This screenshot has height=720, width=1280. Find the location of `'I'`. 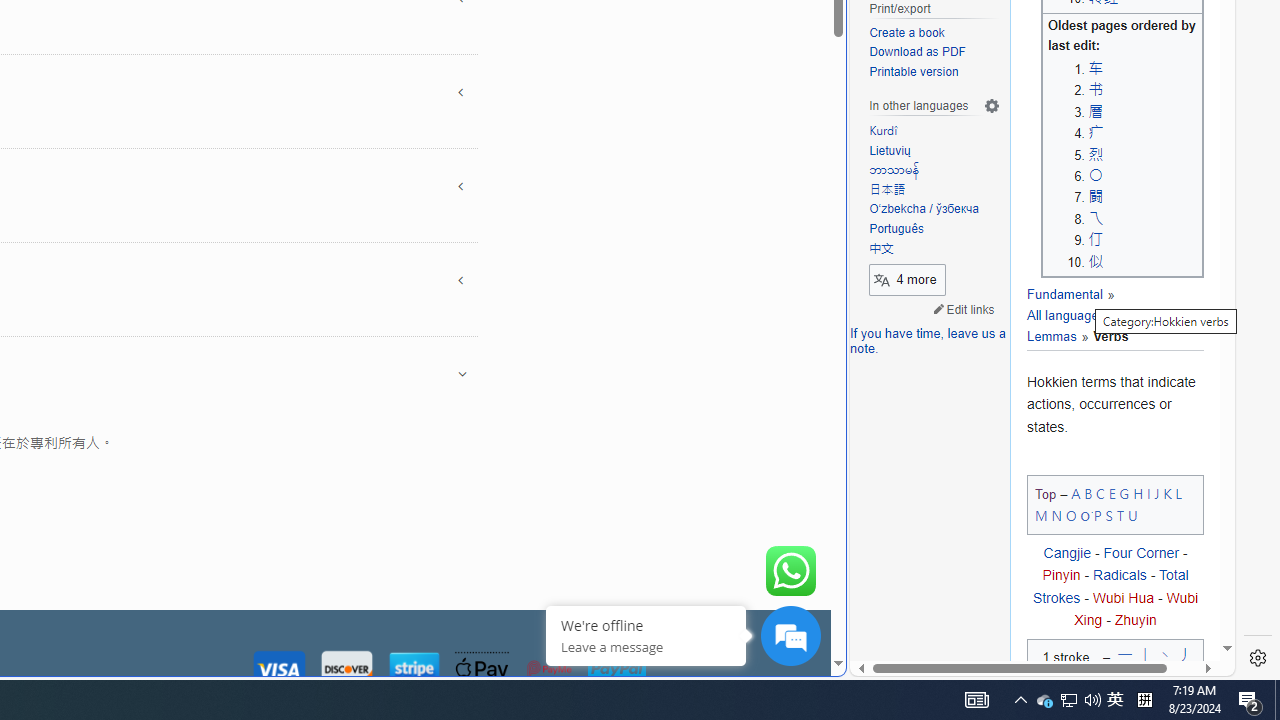

'I' is located at coordinates (1148, 492).